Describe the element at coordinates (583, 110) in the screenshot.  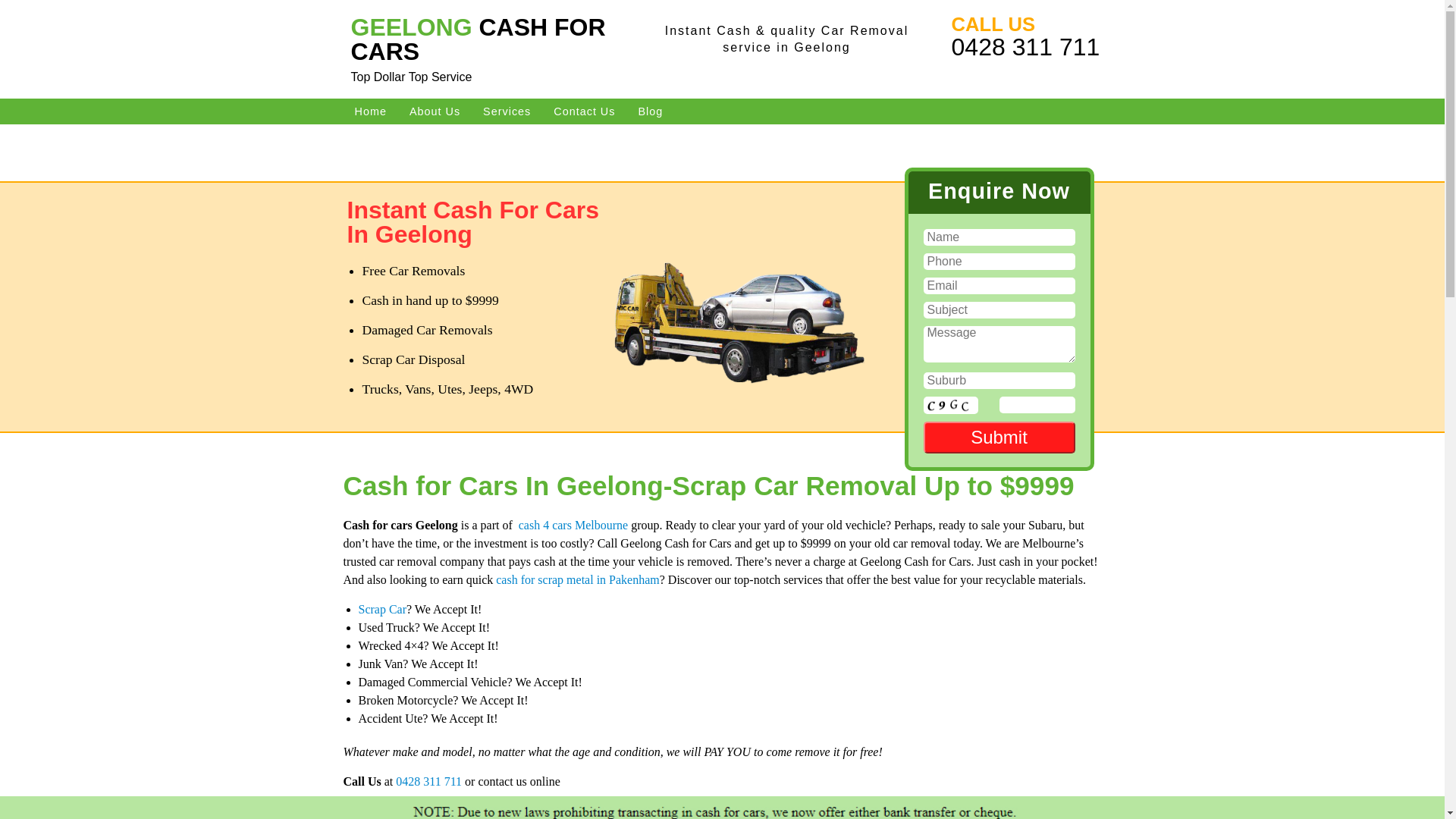
I see `'Contact Us'` at that location.